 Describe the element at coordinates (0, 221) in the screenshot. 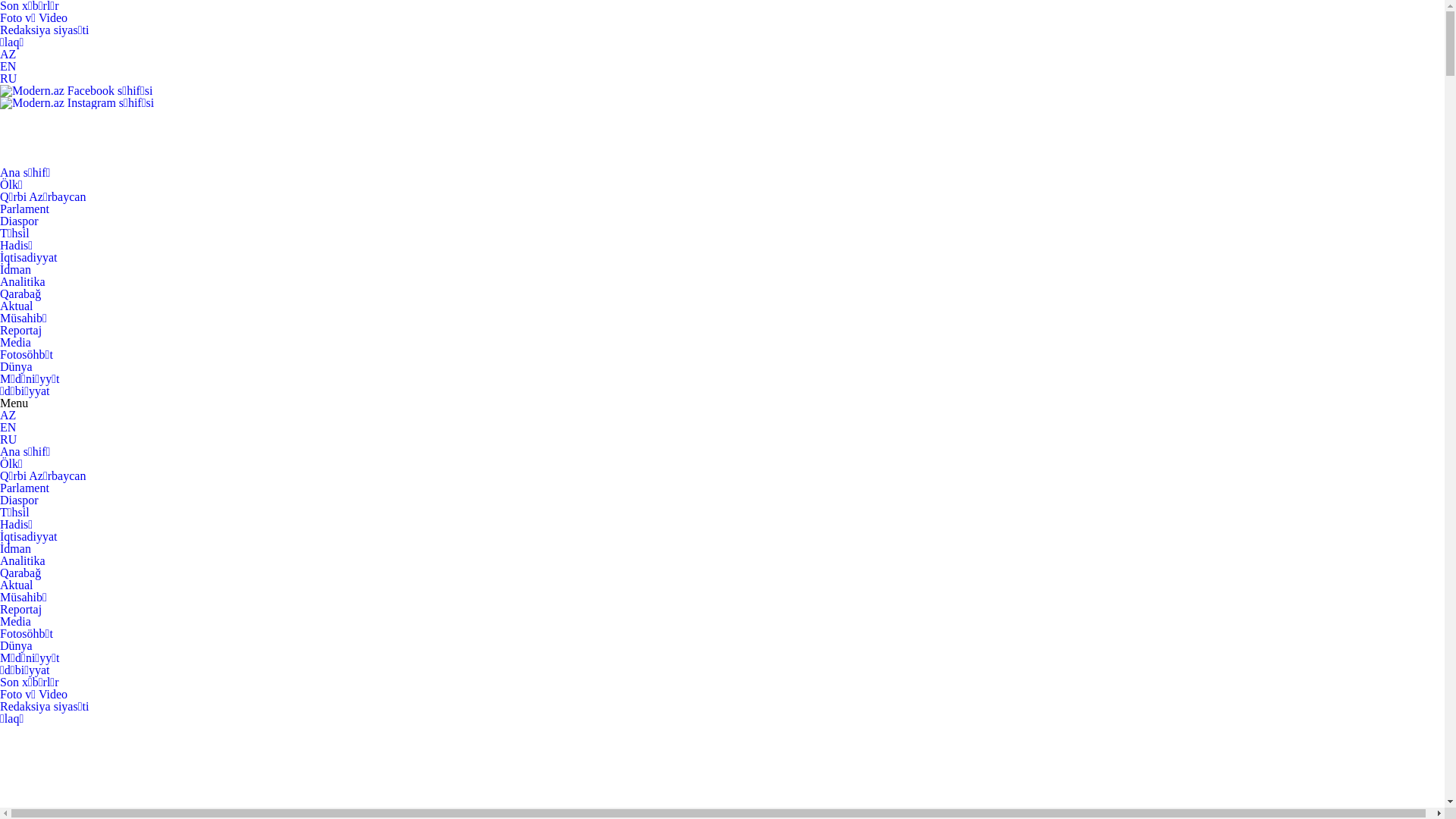

I see `'Diaspor'` at that location.